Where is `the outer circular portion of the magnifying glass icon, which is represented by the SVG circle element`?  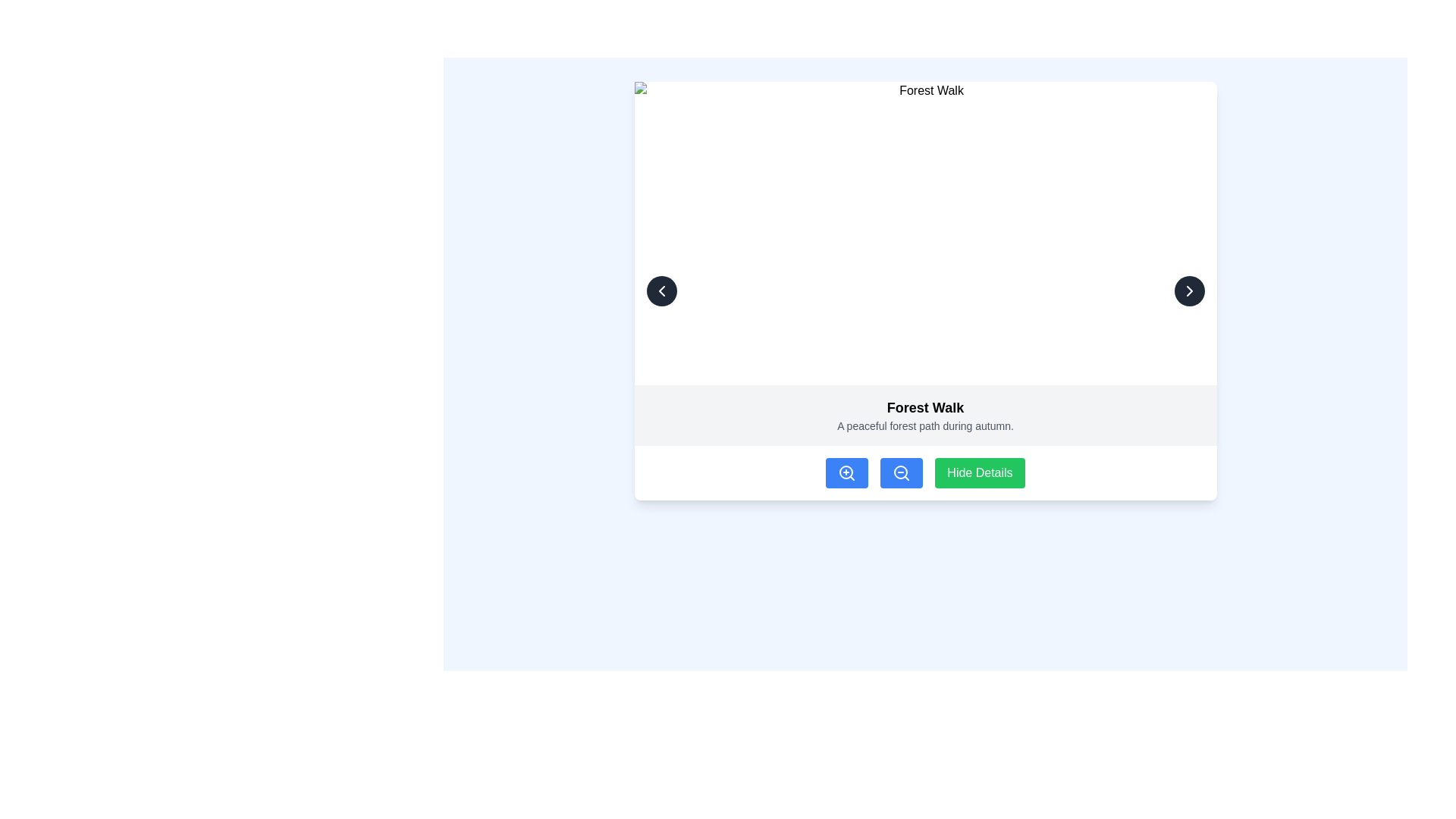 the outer circular portion of the magnifying glass icon, which is represented by the SVG circle element is located at coordinates (901, 472).